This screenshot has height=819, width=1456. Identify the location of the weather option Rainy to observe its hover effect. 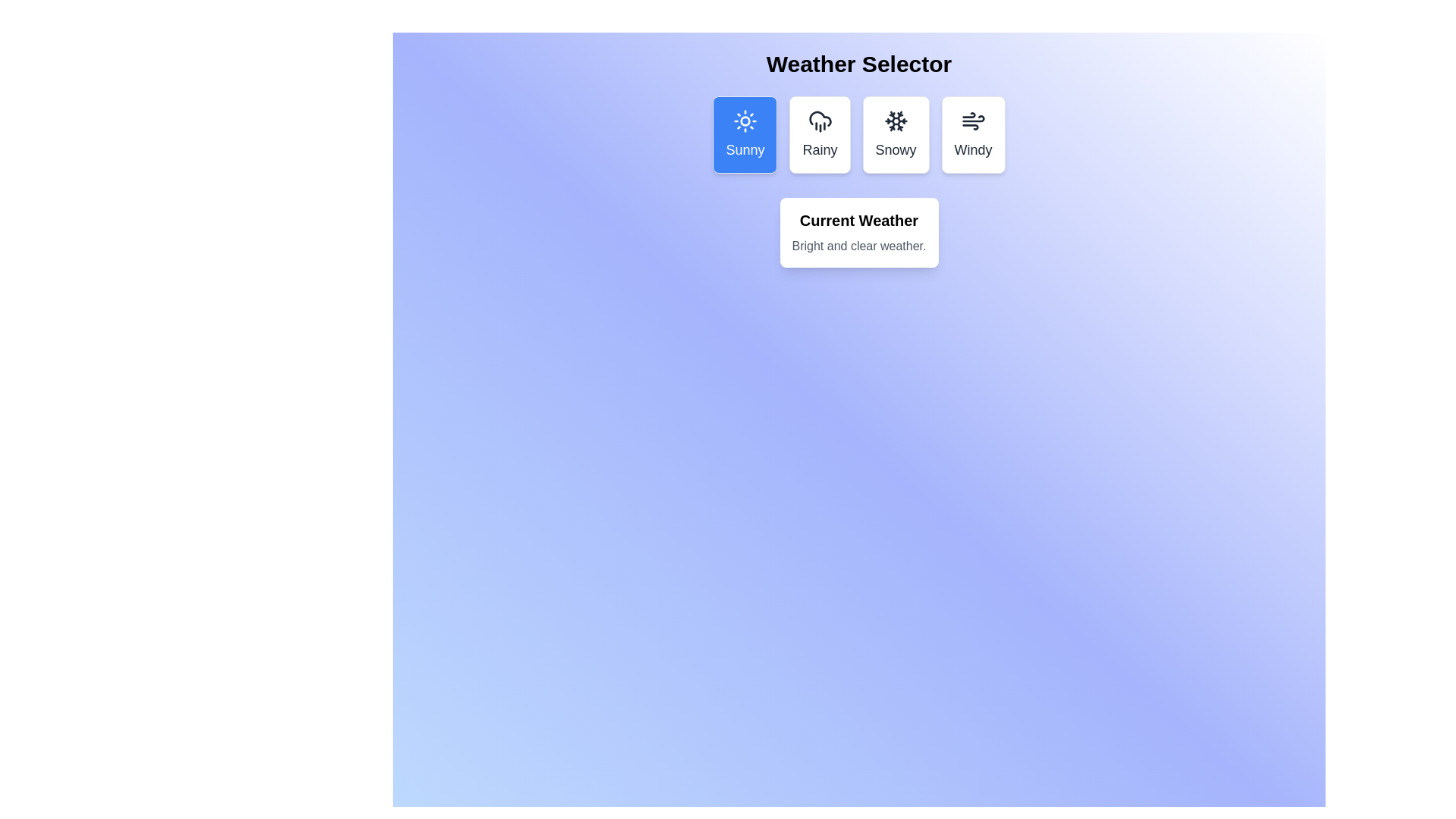
(819, 133).